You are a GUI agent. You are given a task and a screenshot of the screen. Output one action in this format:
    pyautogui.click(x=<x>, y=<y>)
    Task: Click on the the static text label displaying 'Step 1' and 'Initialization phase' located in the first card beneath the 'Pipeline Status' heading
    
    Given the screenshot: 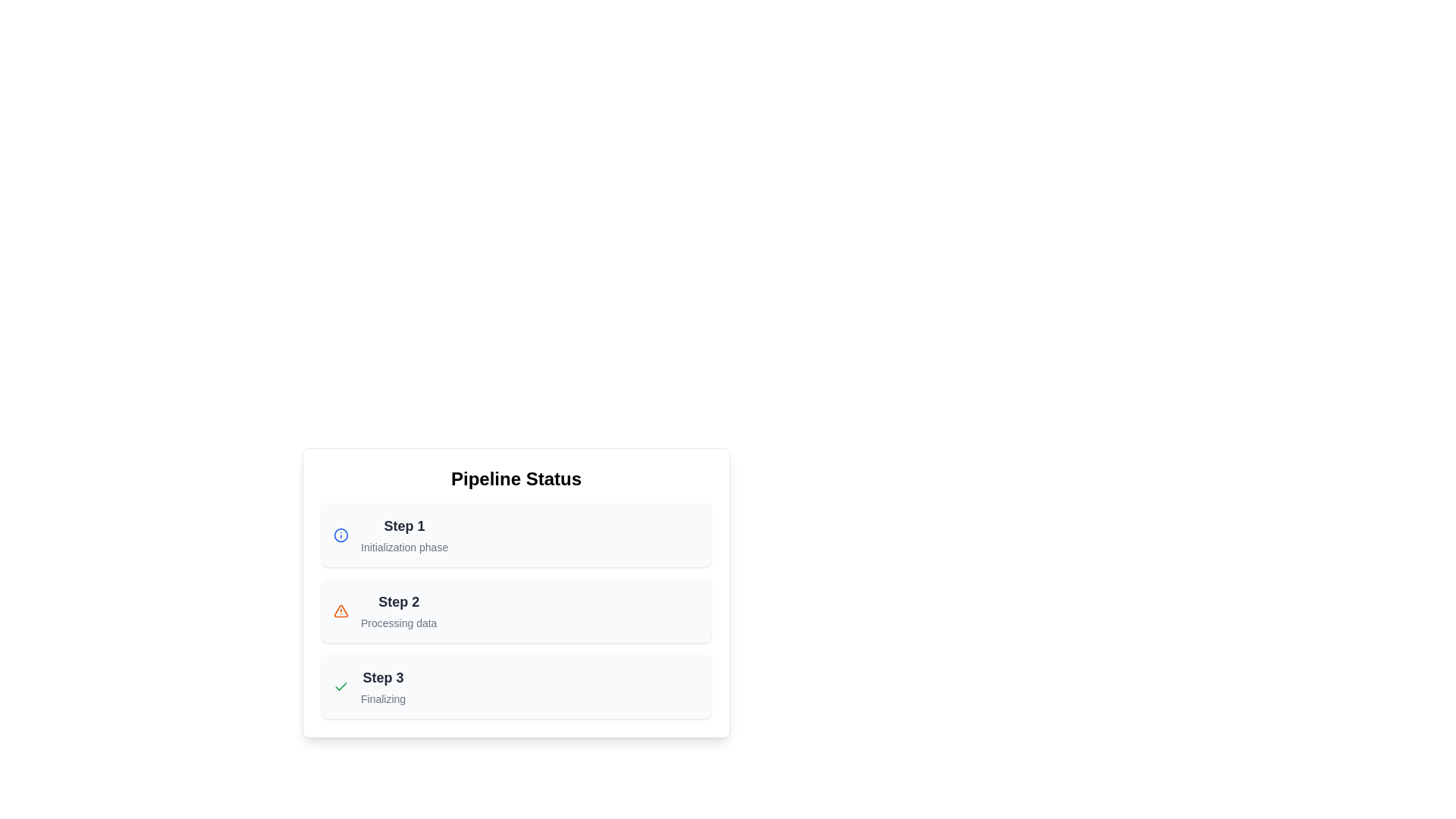 What is the action you would take?
    pyautogui.click(x=404, y=534)
    